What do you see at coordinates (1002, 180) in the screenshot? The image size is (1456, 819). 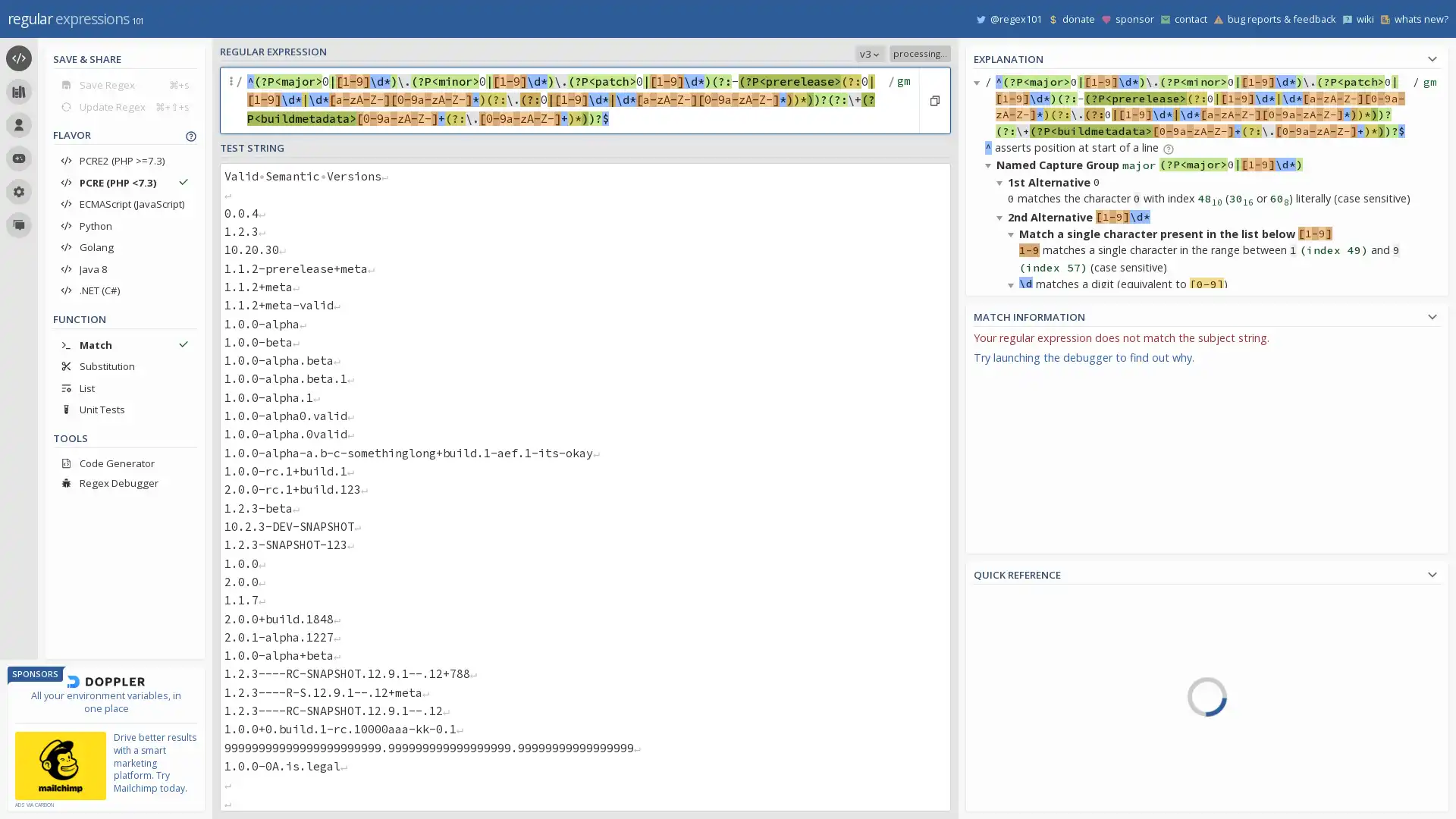 I see `Collapse Subtree` at bounding box center [1002, 180].